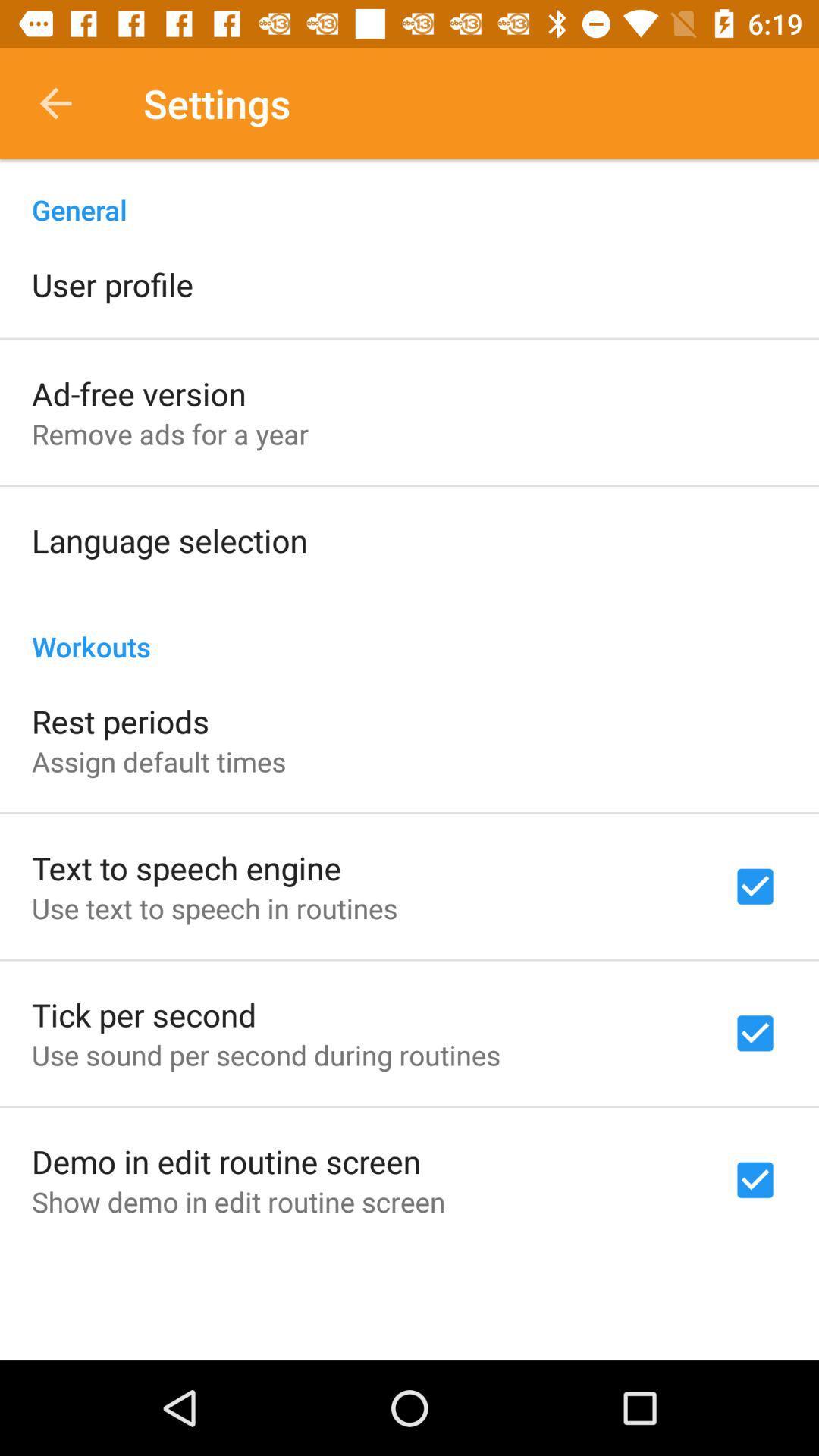 The width and height of the screenshot is (819, 1456). Describe the element at coordinates (158, 761) in the screenshot. I see `the item above the text to speech icon` at that location.